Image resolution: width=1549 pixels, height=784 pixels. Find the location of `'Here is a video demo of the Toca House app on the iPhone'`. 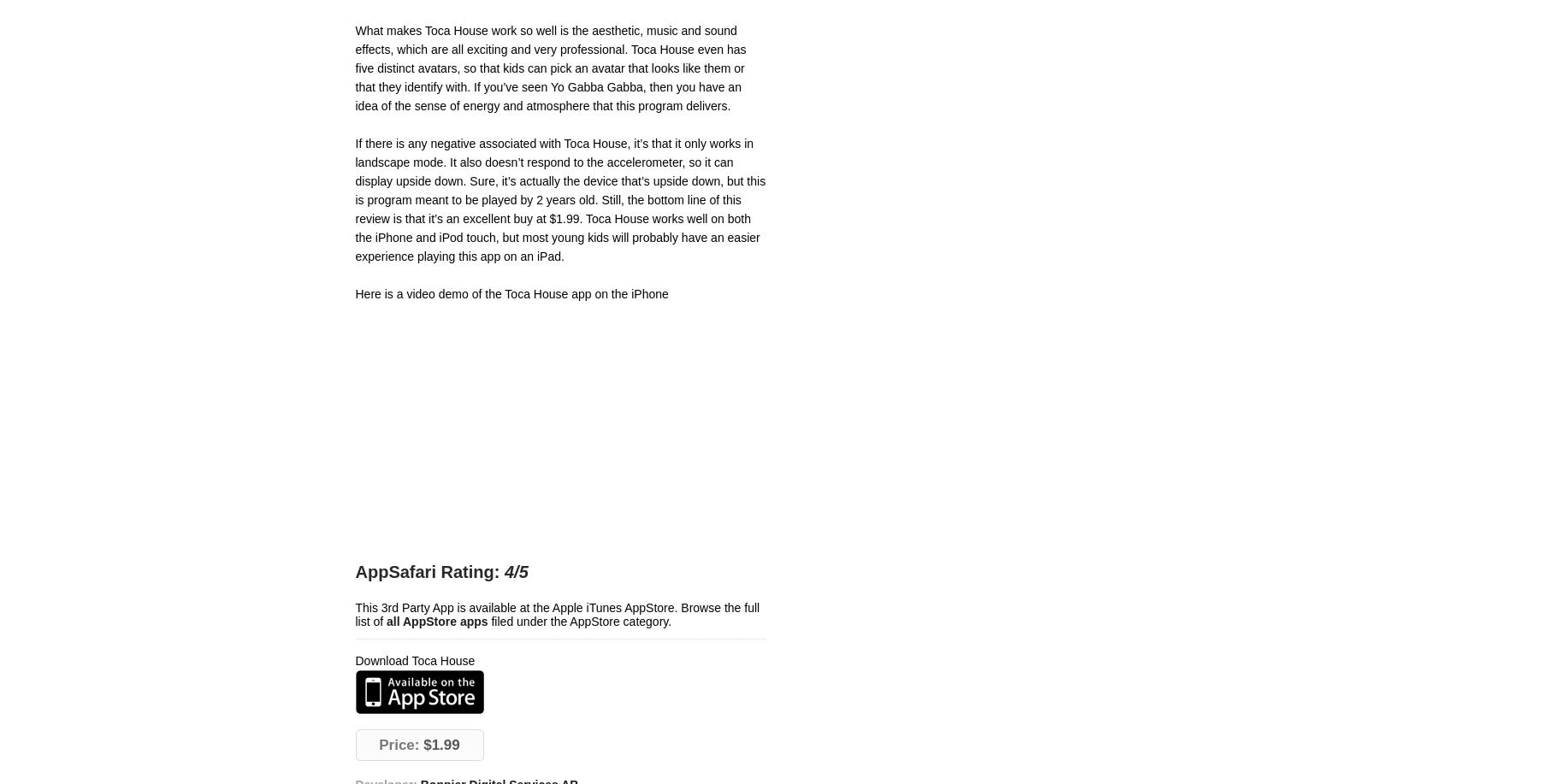

'Here is a video demo of the Toca House app on the iPhone' is located at coordinates (355, 292).